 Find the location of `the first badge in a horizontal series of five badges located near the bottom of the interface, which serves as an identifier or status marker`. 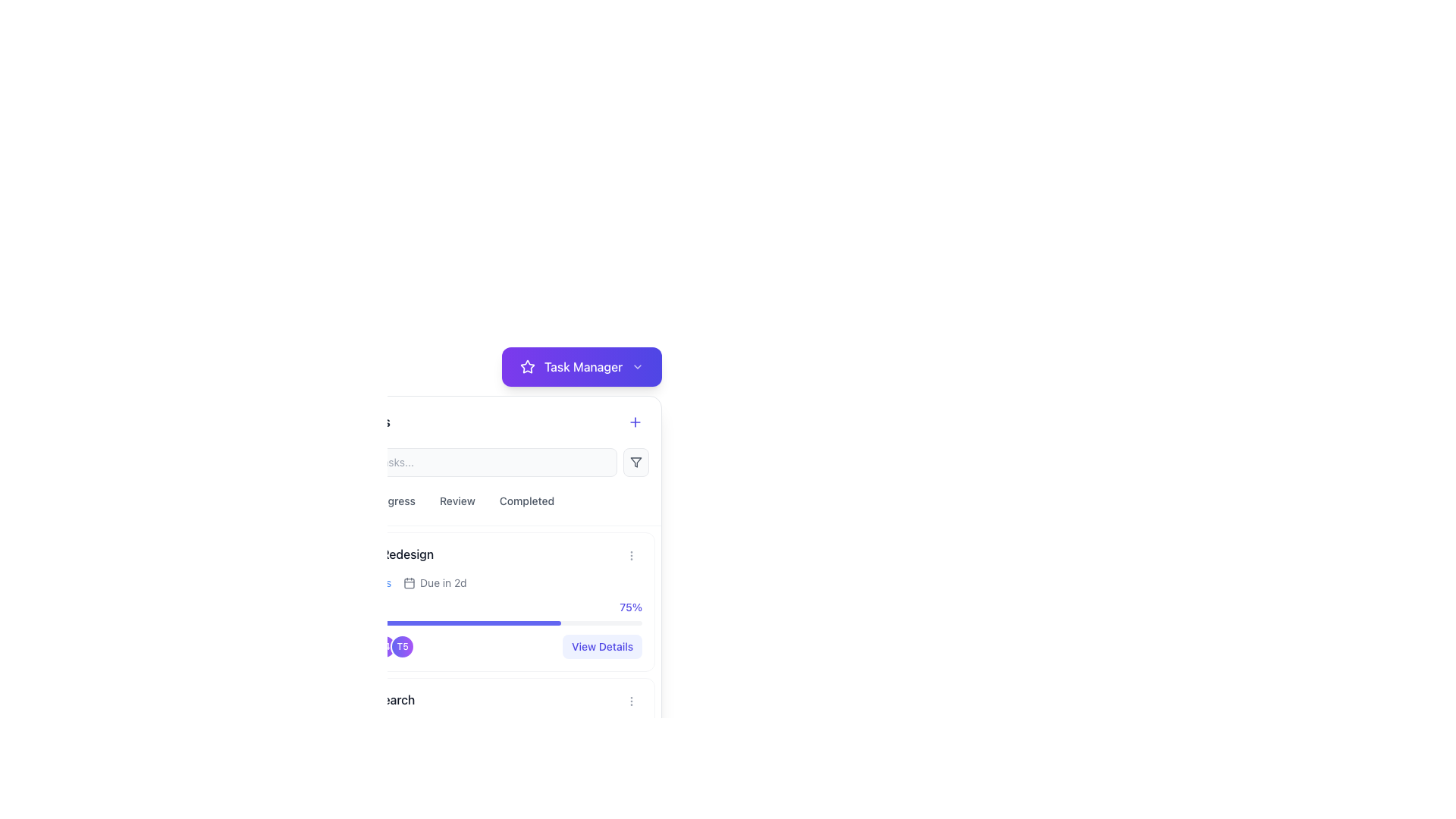

the first badge in a horizontal series of five badges located near the bottom of the interface, which serves as an identifier or status marker is located at coordinates (329, 646).